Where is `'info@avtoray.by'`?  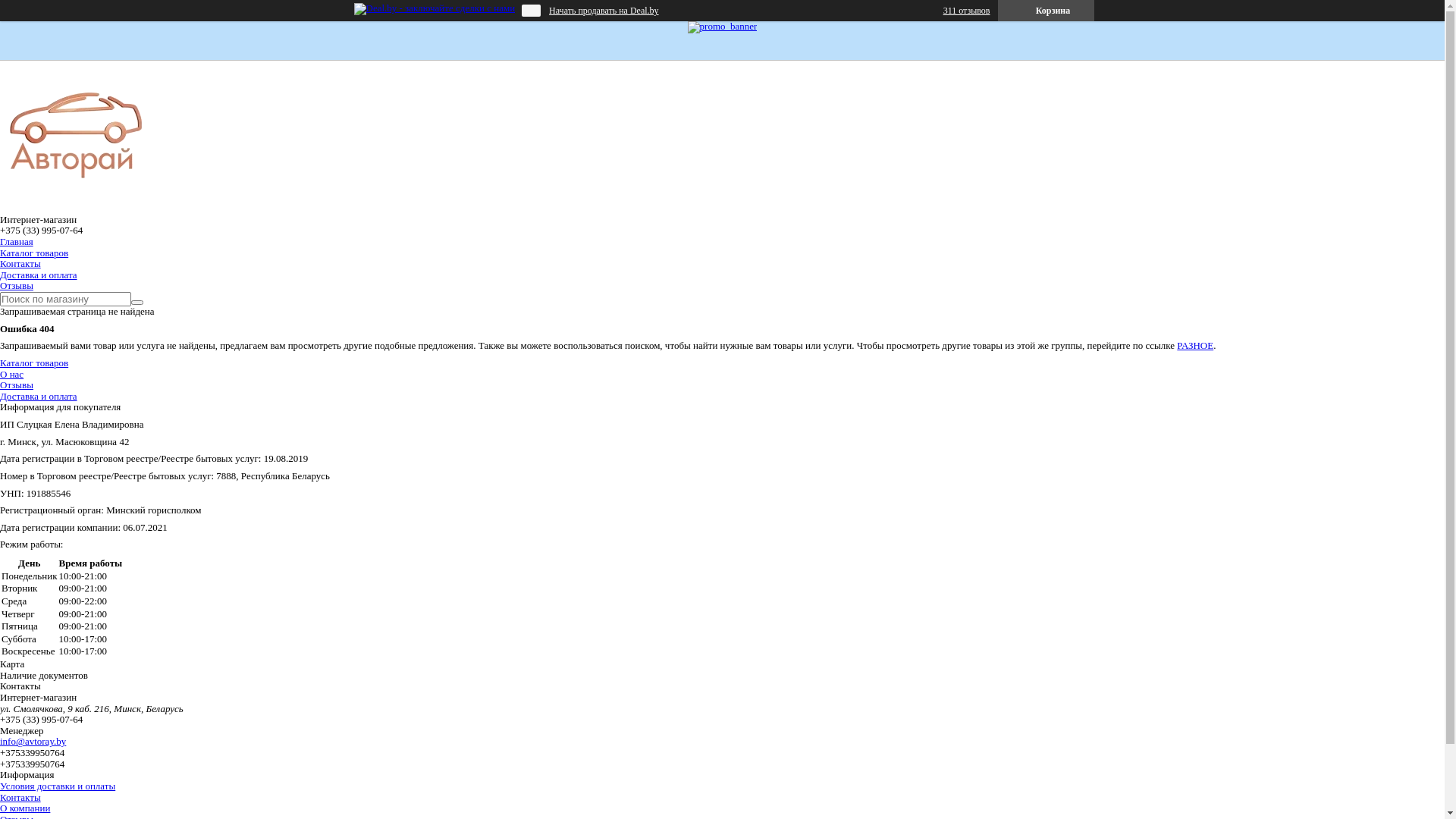
'info@avtoray.by' is located at coordinates (0, 740).